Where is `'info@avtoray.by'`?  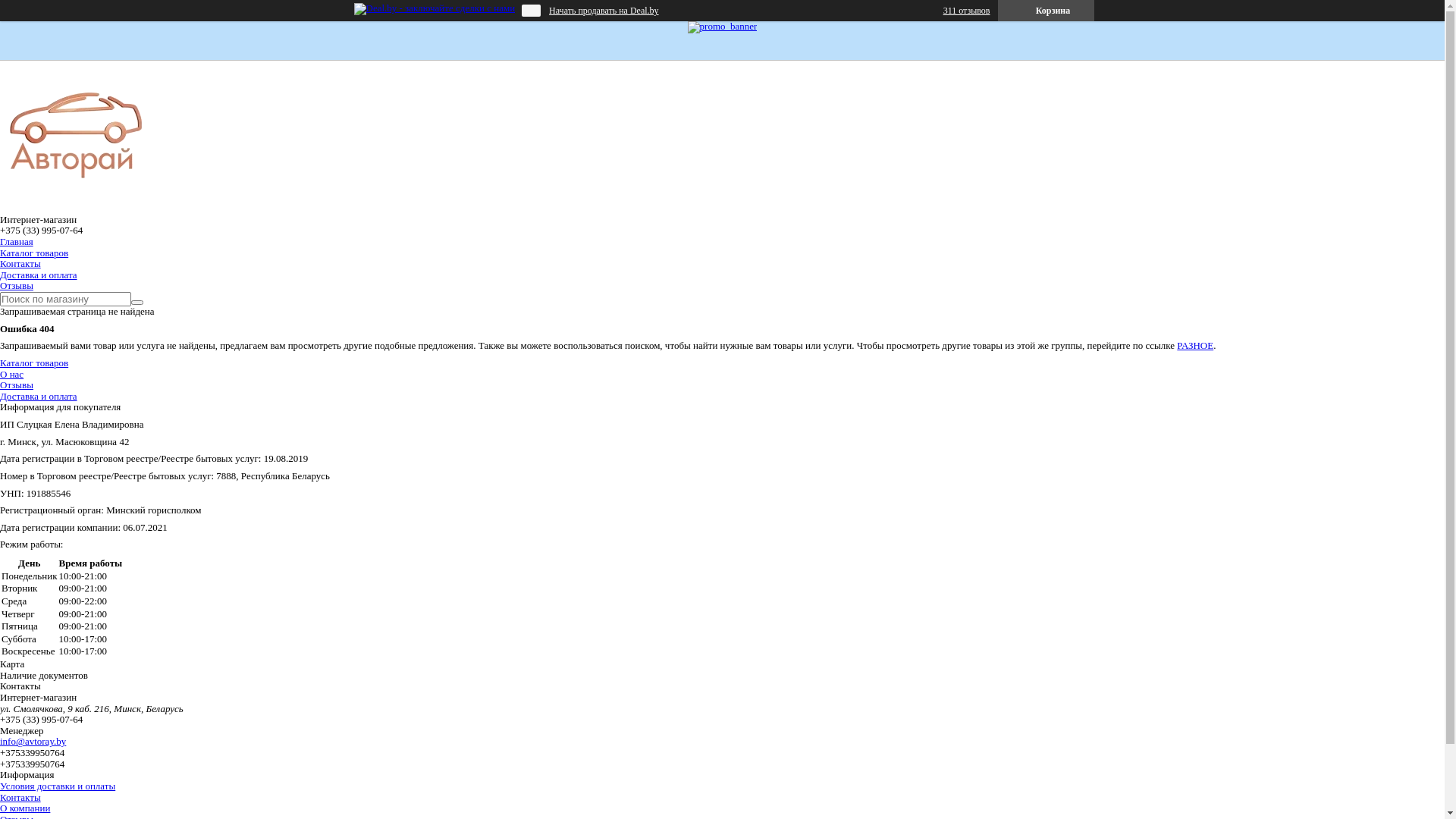
'info@avtoray.by' is located at coordinates (0, 740).